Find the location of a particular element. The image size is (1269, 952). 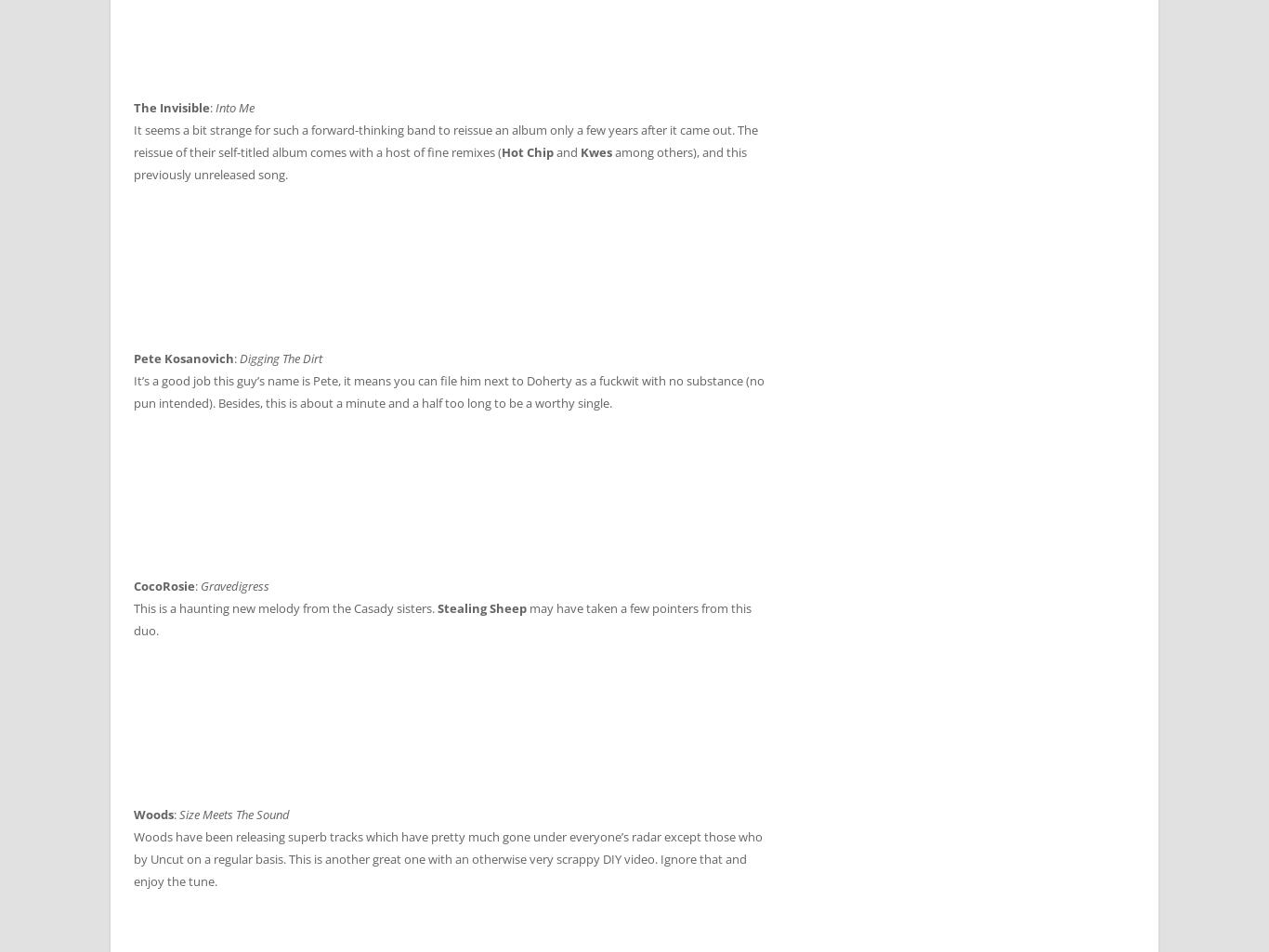

'Gravedigress' is located at coordinates (199, 584).